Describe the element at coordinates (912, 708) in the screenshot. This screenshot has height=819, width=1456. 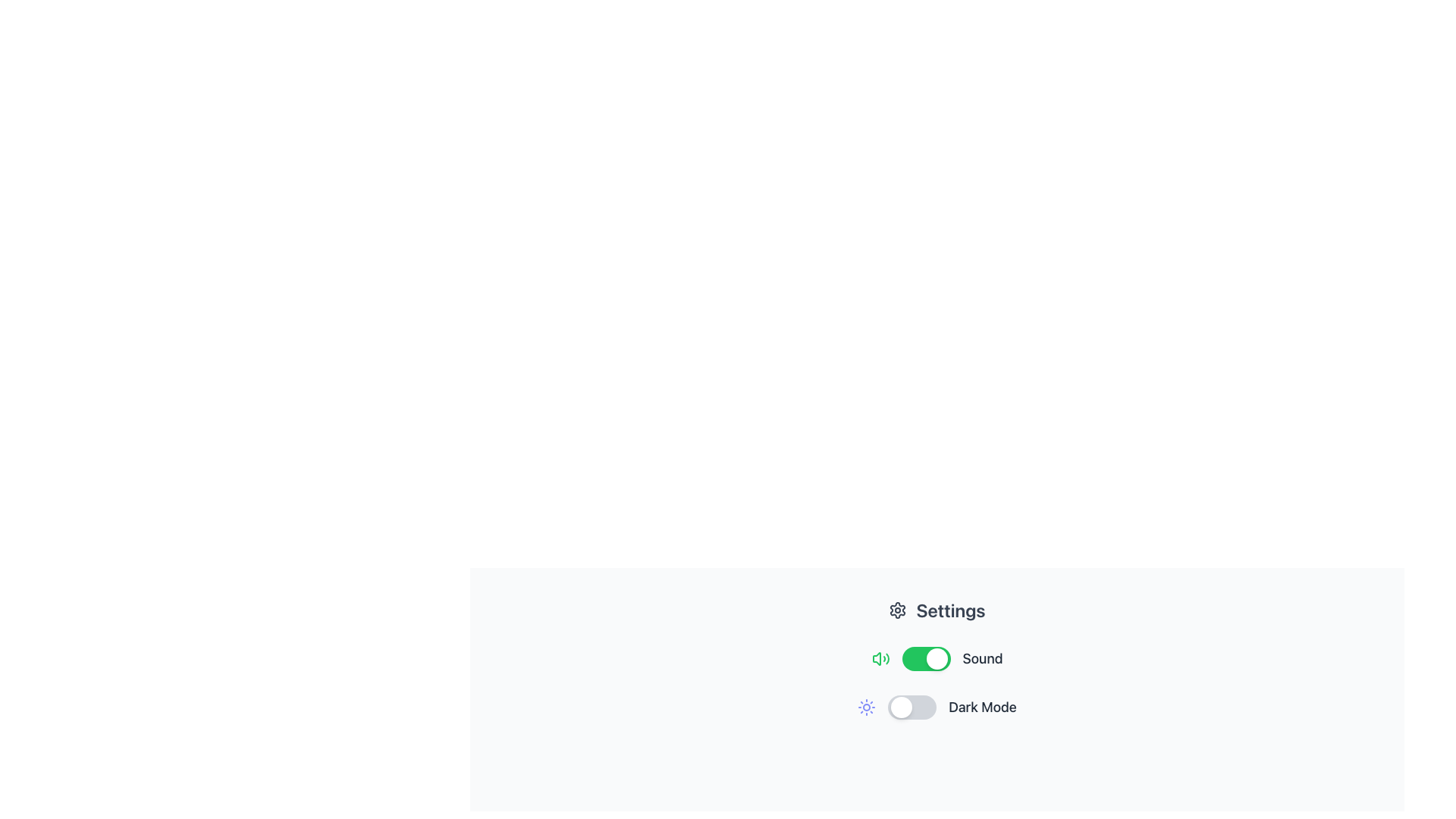
I see `the interactive toggle switch for 'Dark Mode'` at that location.